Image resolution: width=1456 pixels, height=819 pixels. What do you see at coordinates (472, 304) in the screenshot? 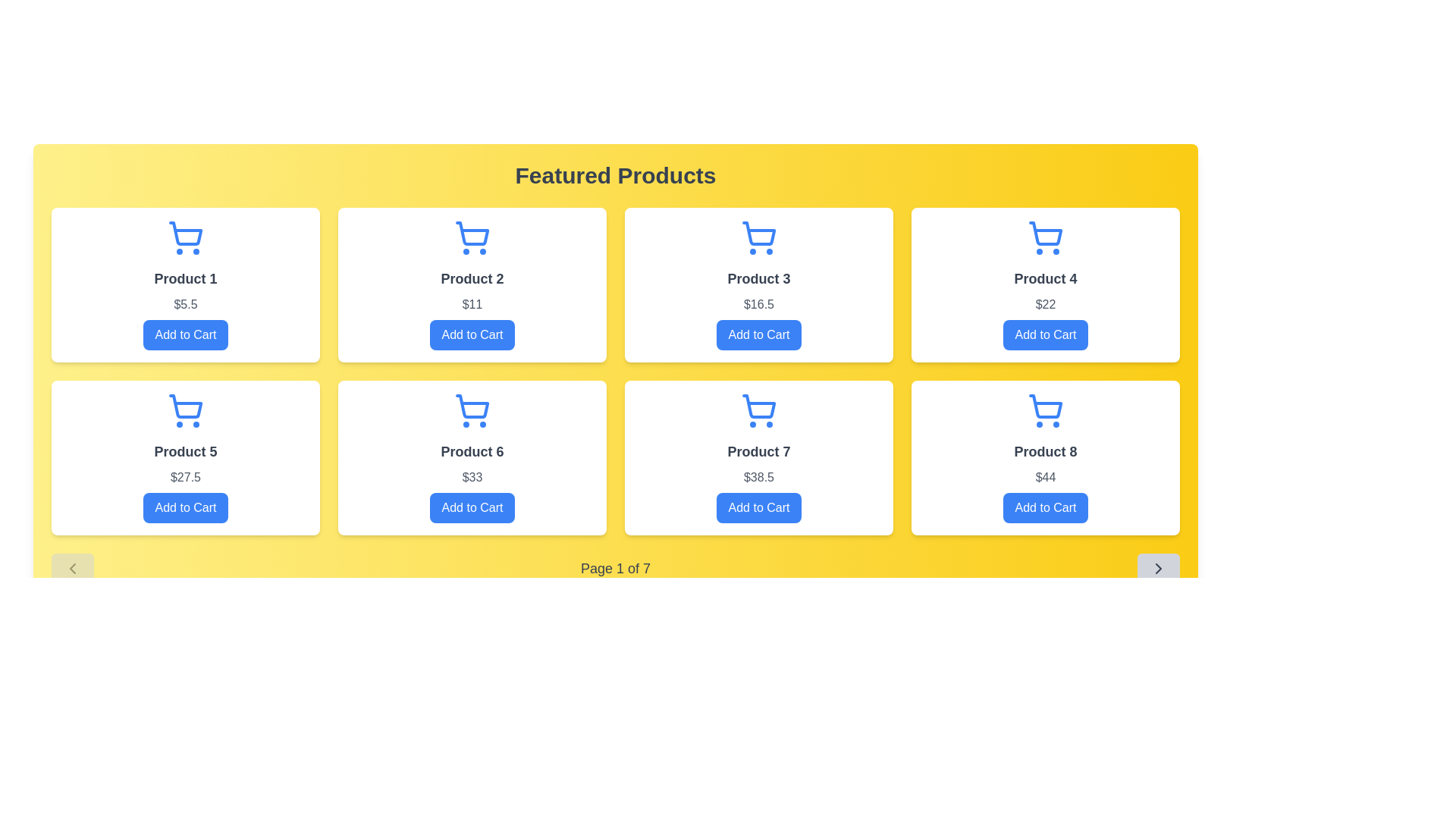
I see `the price display of 'Product 2', which shows the cost as $11, located below the product name and above the 'Add to Cart' button` at bounding box center [472, 304].